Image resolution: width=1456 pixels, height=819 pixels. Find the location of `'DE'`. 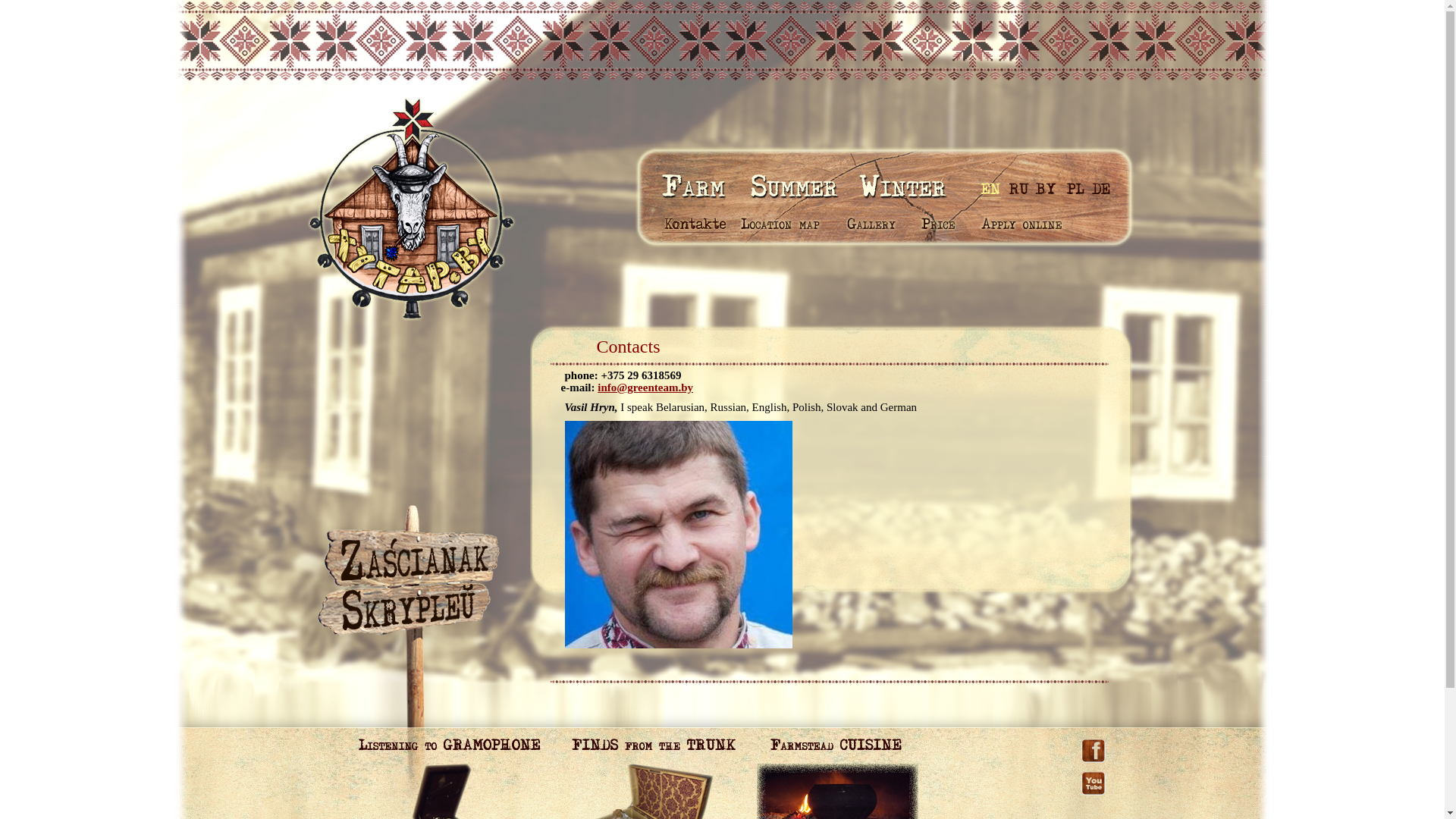

'DE' is located at coordinates (1090, 187).